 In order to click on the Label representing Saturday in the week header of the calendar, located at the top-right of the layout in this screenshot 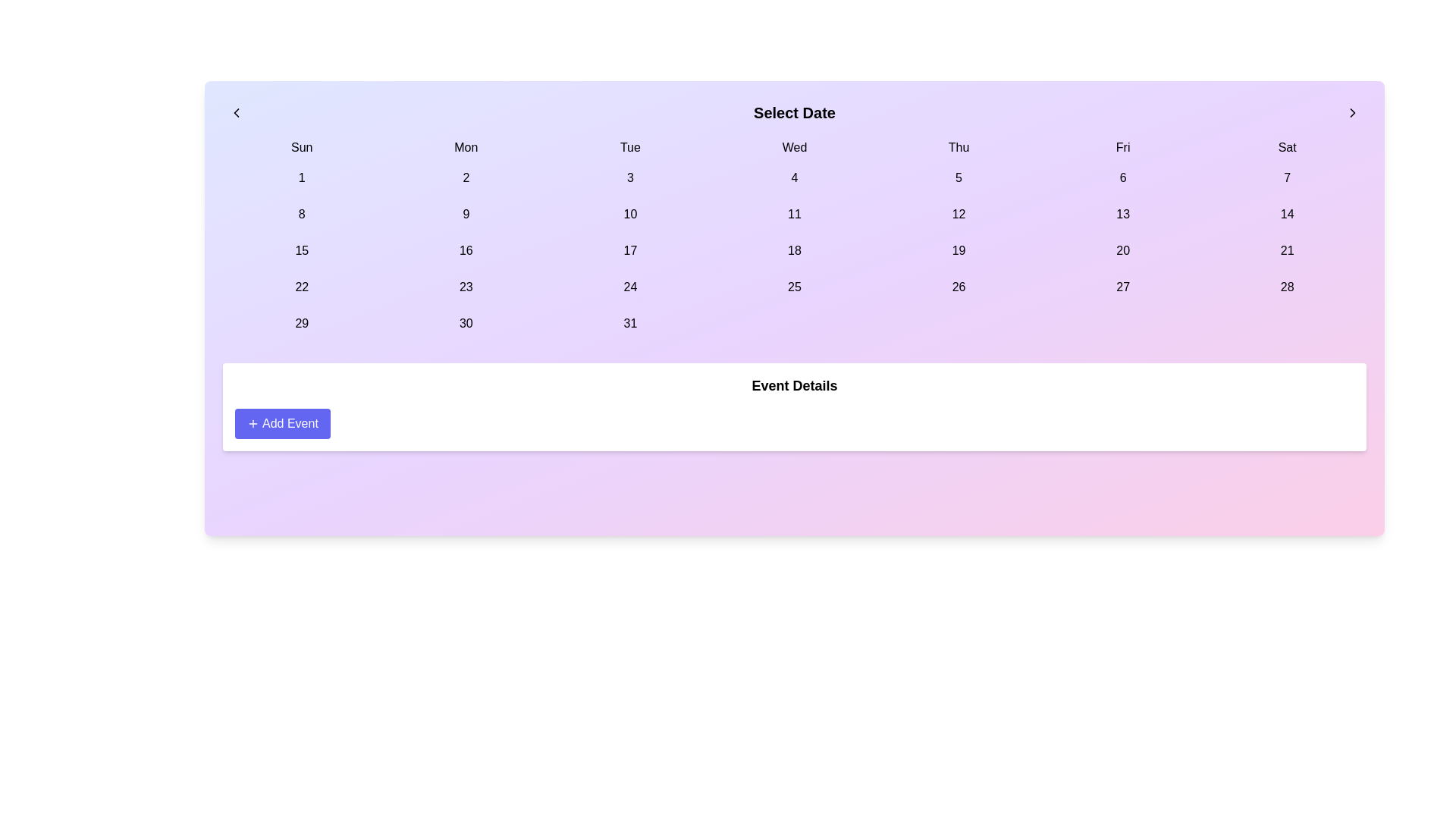, I will do `click(1286, 148)`.